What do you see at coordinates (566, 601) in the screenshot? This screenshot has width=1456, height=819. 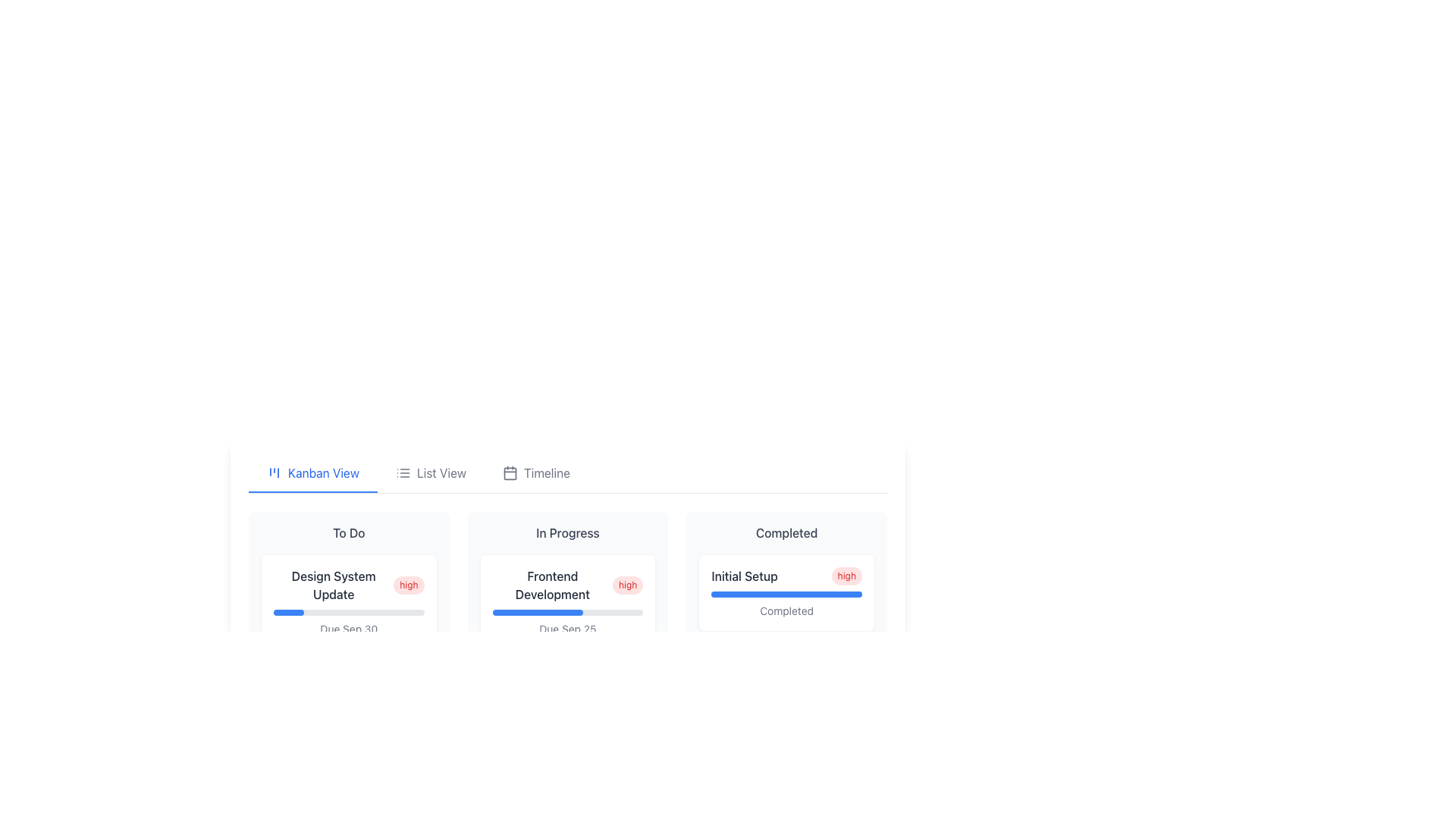 I see `the 'Frontend Development' task card from the 'In Progress' column` at bounding box center [566, 601].